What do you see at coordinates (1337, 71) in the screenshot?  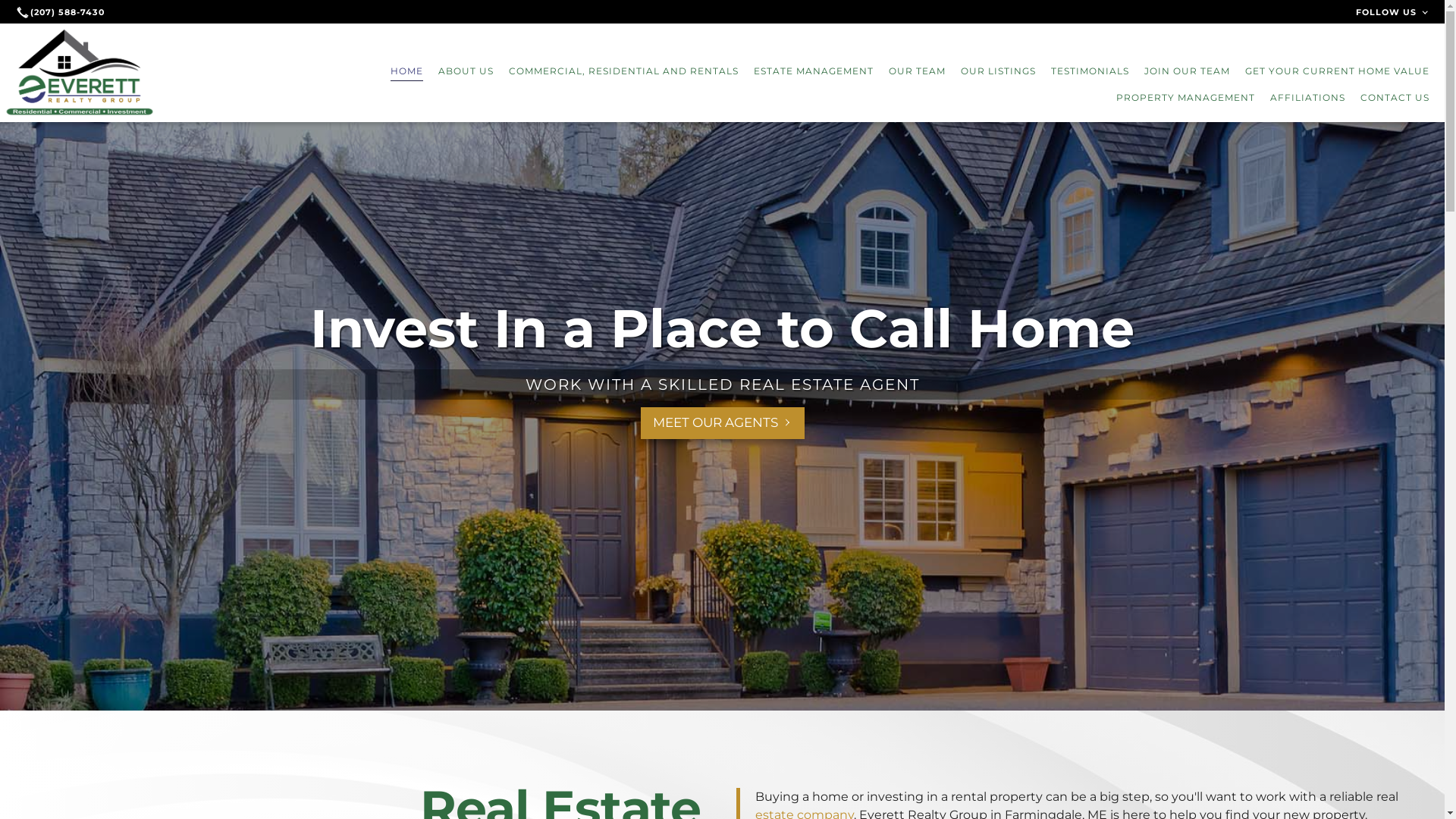 I see `'GET YOUR CURRENT HOME VALUE'` at bounding box center [1337, 71].